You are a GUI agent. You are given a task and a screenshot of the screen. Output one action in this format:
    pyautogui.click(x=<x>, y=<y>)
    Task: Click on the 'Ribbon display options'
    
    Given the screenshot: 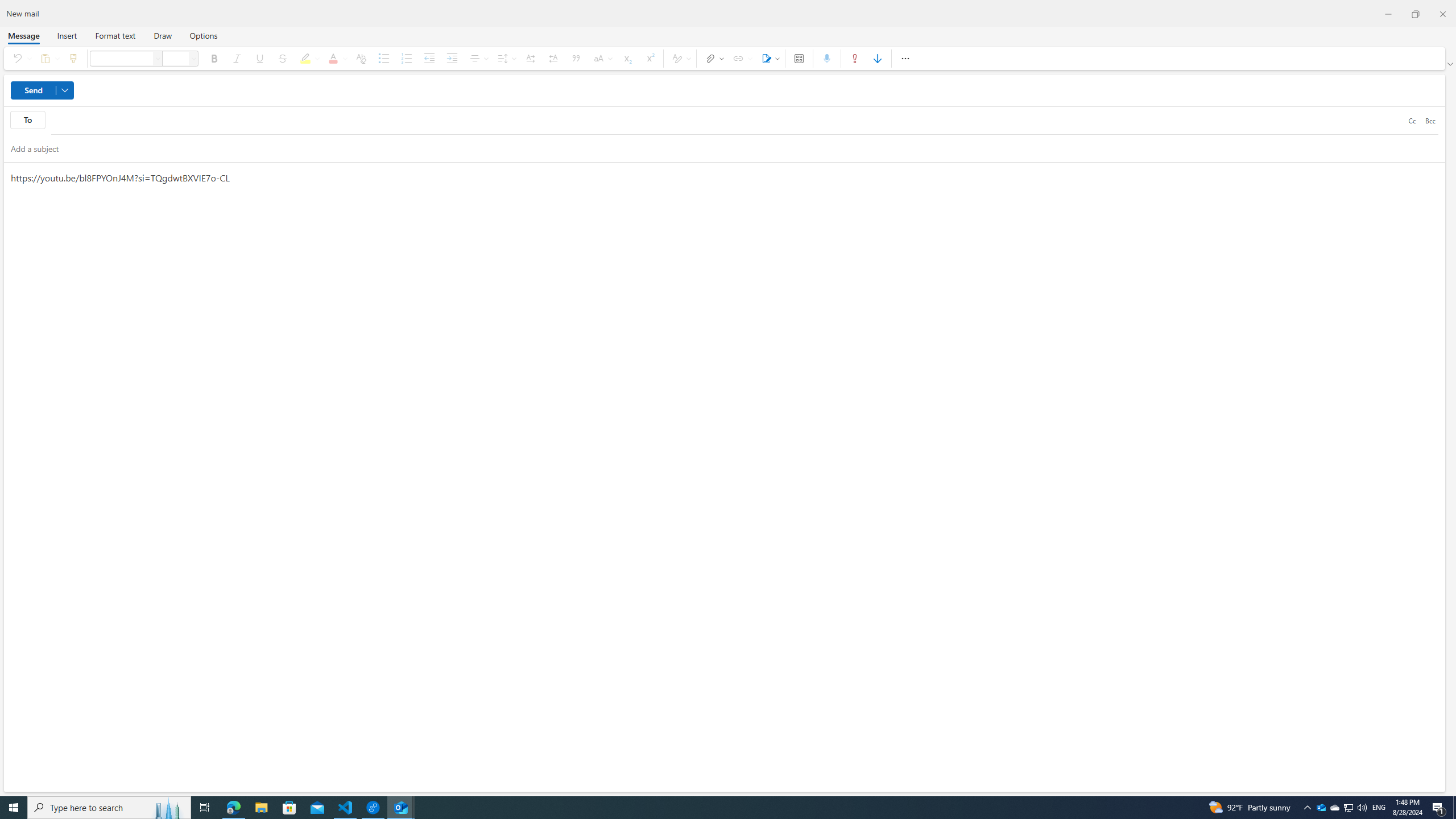 What is the action you would take?
    pyautogui.click(x=1451, y=64)
    